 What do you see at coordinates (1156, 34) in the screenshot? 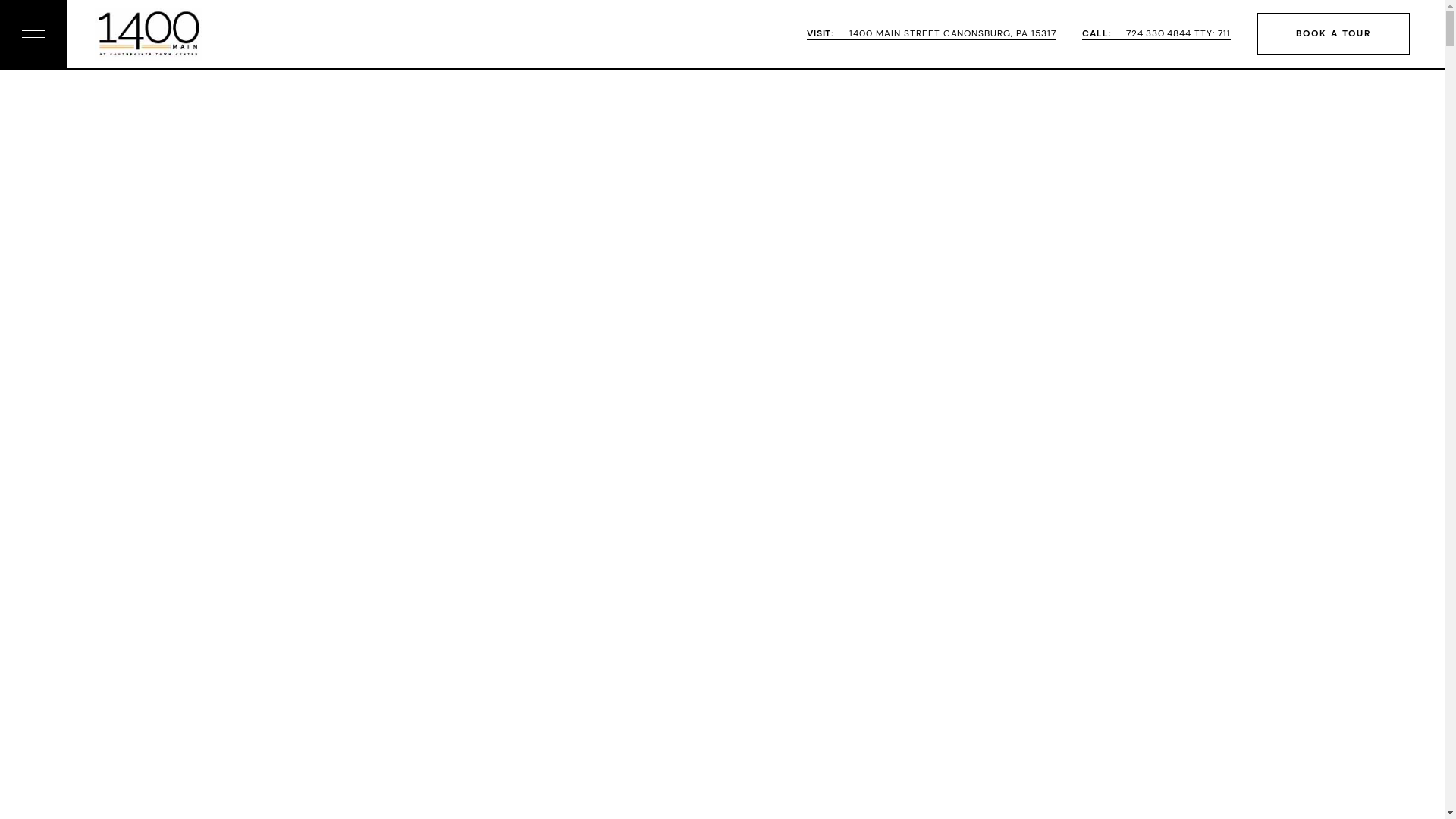
I see `'CALL:     724.330.4844 TTY: 711'` at bounding box center [1156, 34].